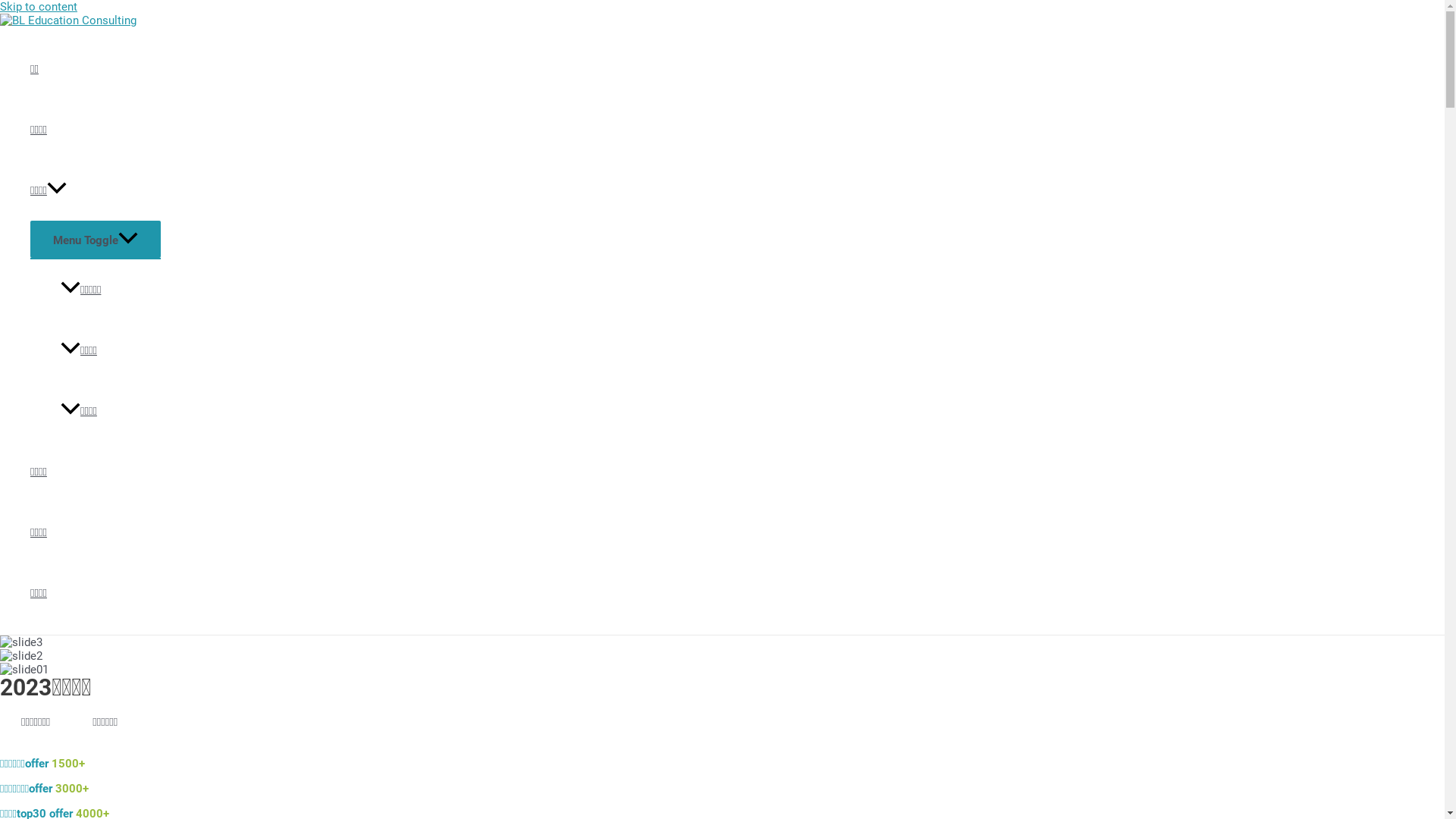 Image resolution: width=1456 pixels, height=819 pixels. I want to click on 'Menu Toggle', so click(94, 239).